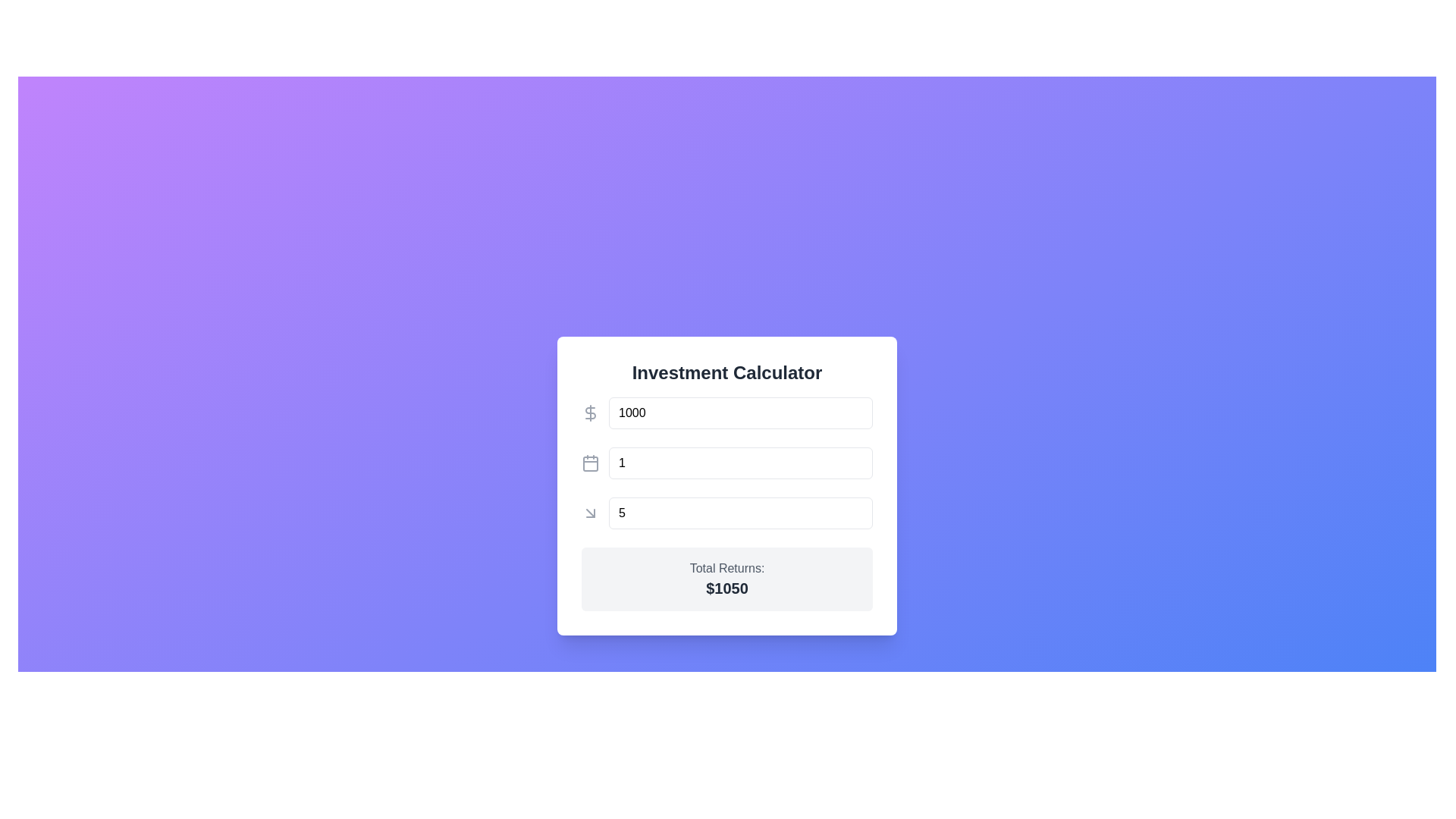  I want to click on the text label displaying the value "$1050", which is positioned below the label "Total Returns:" within a card-like layout, so click(726, 587).